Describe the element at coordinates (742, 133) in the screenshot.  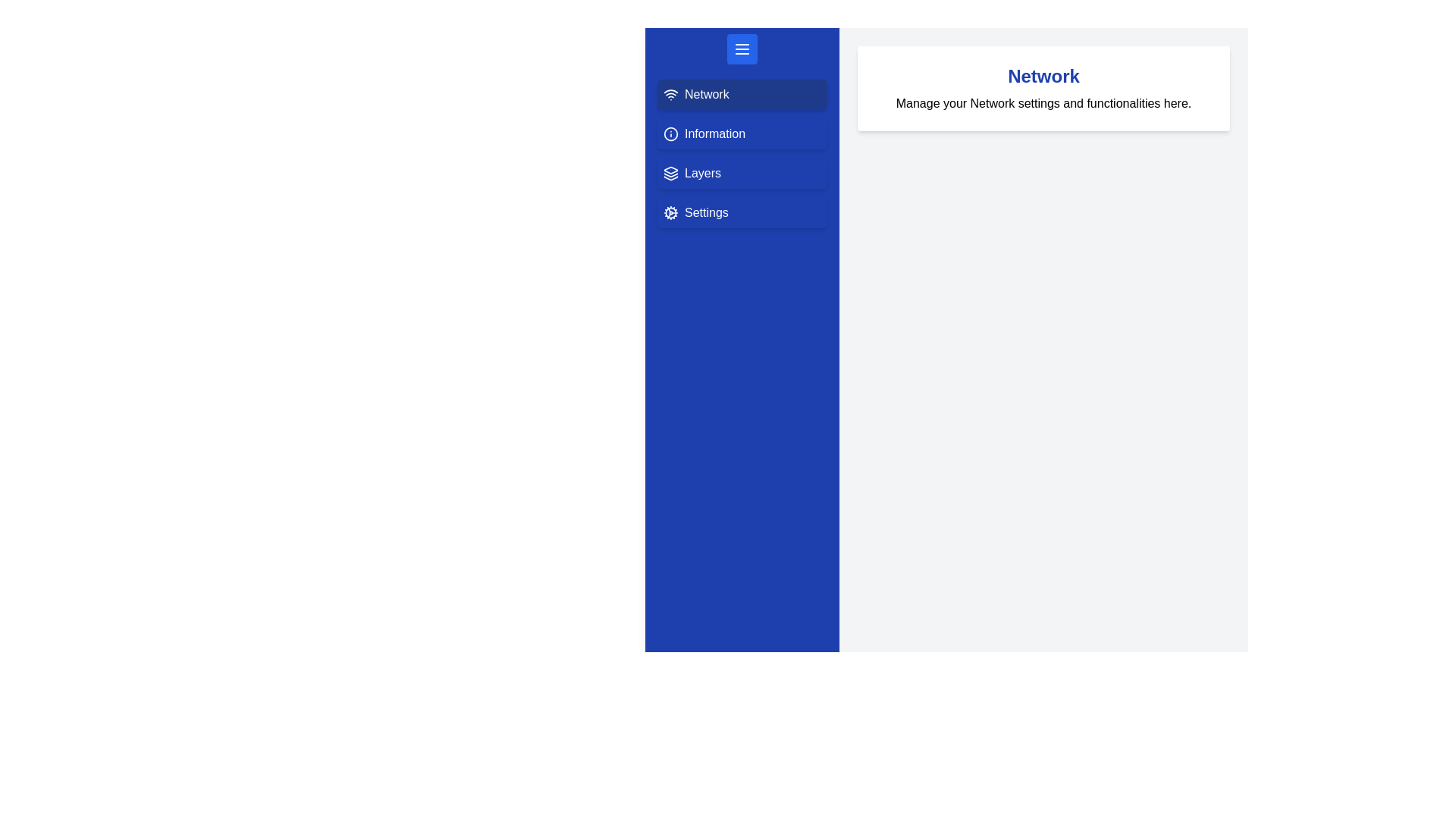
I see `the menu option Information from the drawer` at that location.